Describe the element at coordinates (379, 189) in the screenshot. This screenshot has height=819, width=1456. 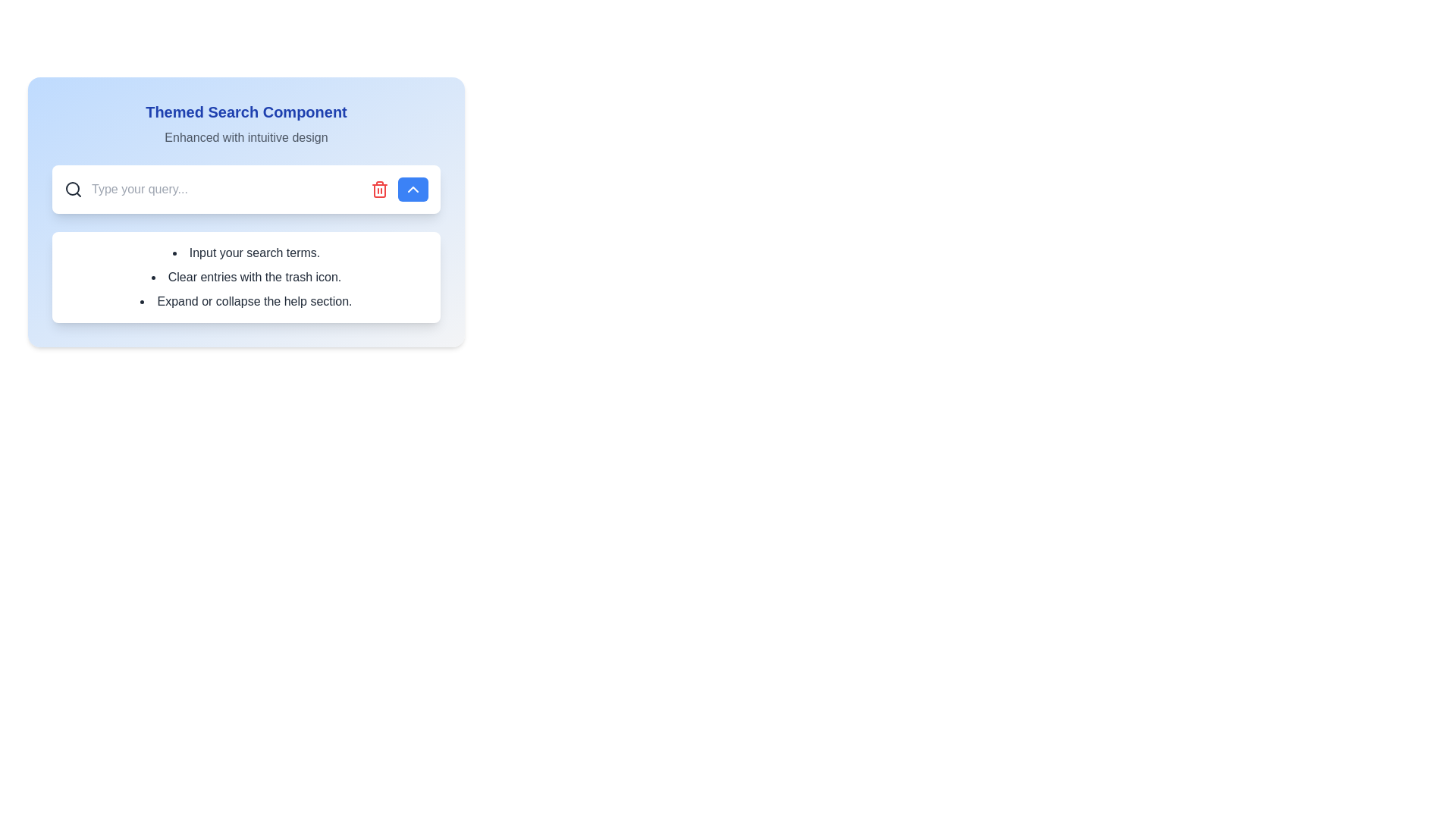
I see `the clear button located on the right side of the horizontal white search bar, which is positioned between the text input box and a blue button with an upward arrow` at that location.